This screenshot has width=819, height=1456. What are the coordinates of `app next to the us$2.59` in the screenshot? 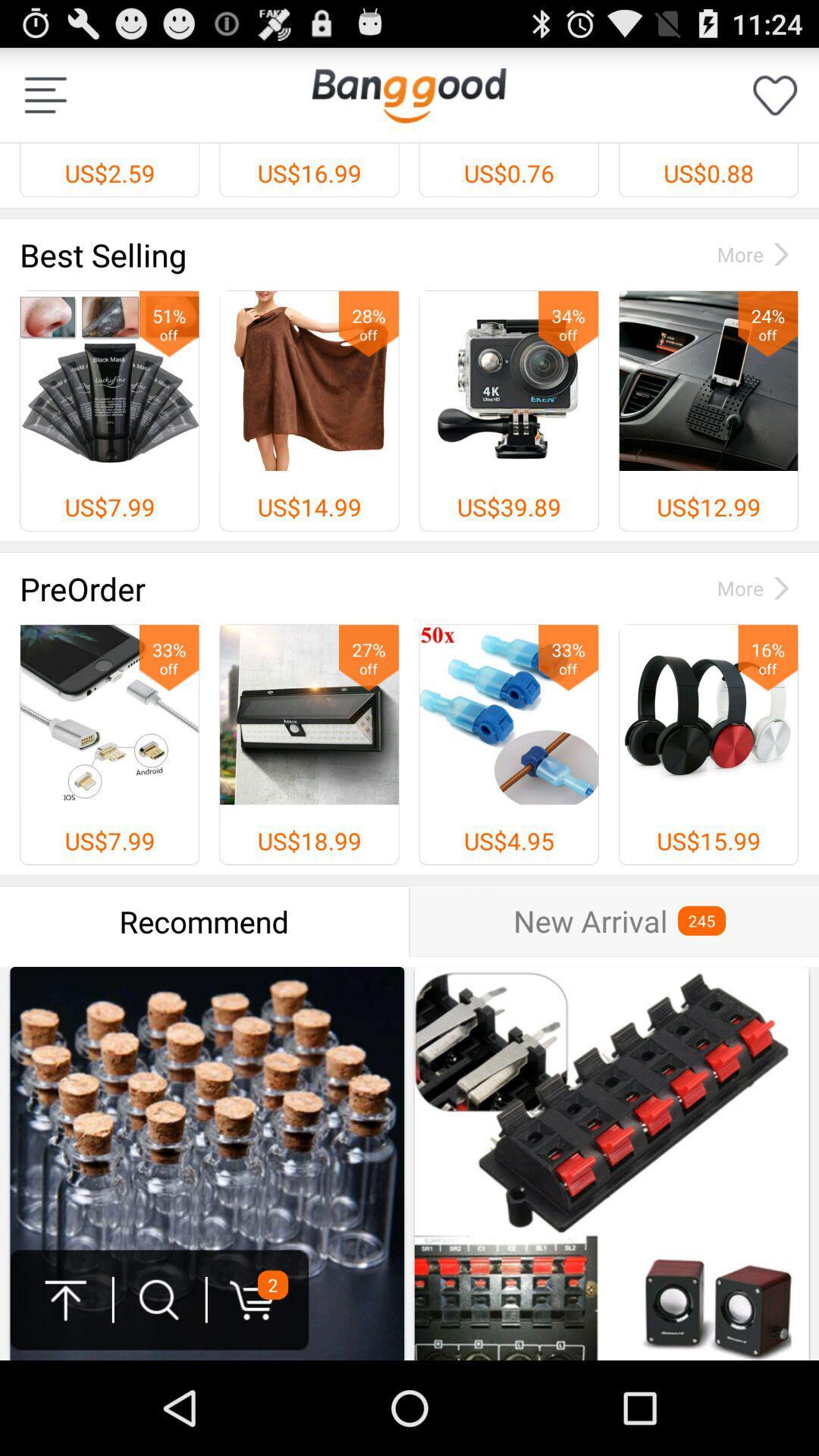 It's located at (408, 94).